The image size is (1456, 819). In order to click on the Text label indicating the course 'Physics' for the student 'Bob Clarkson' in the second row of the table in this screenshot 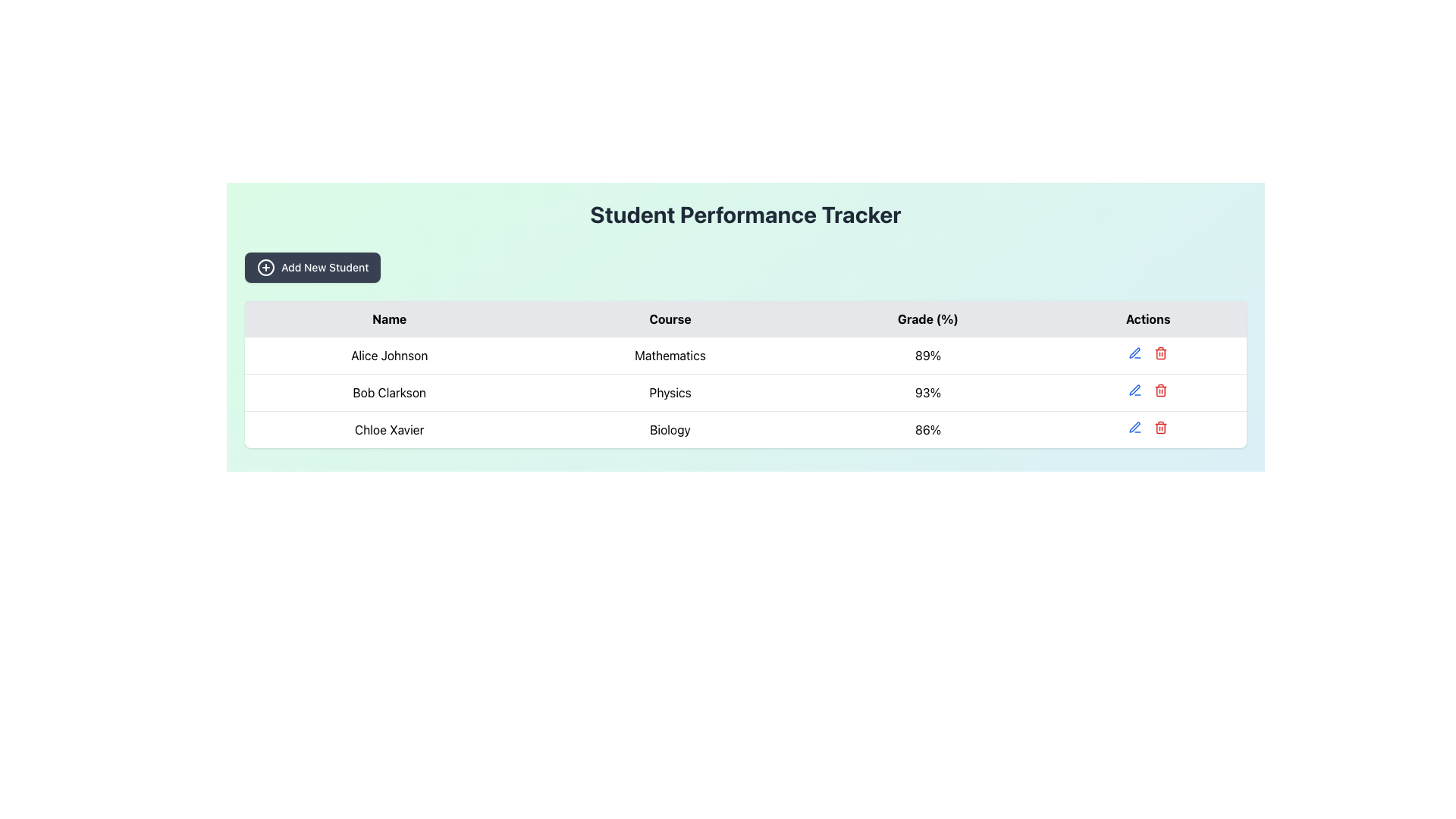, I will do `click(669, 391)`.